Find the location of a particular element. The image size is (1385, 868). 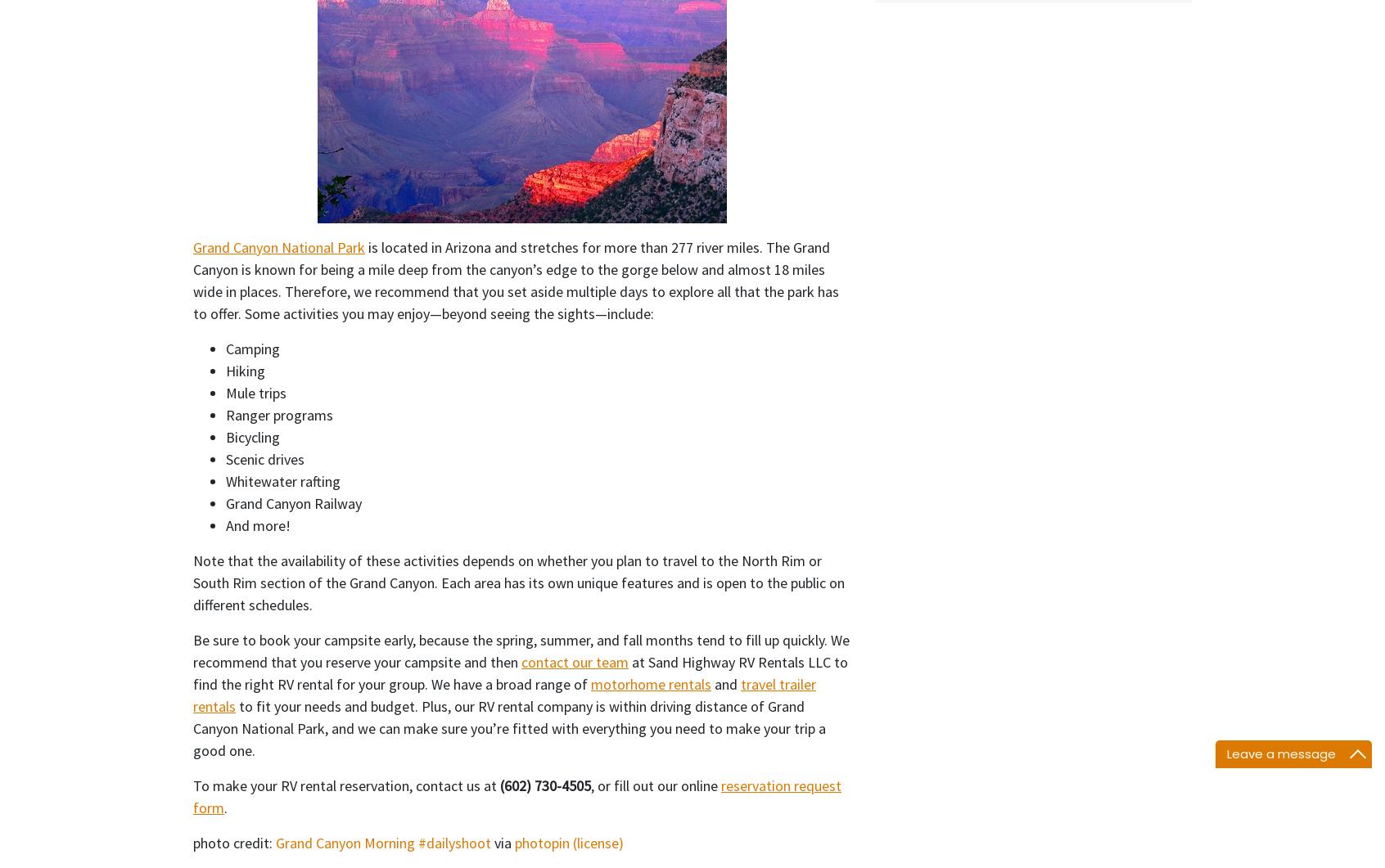

'Grand Canyon National Park' is located at coordinates (277, 245).